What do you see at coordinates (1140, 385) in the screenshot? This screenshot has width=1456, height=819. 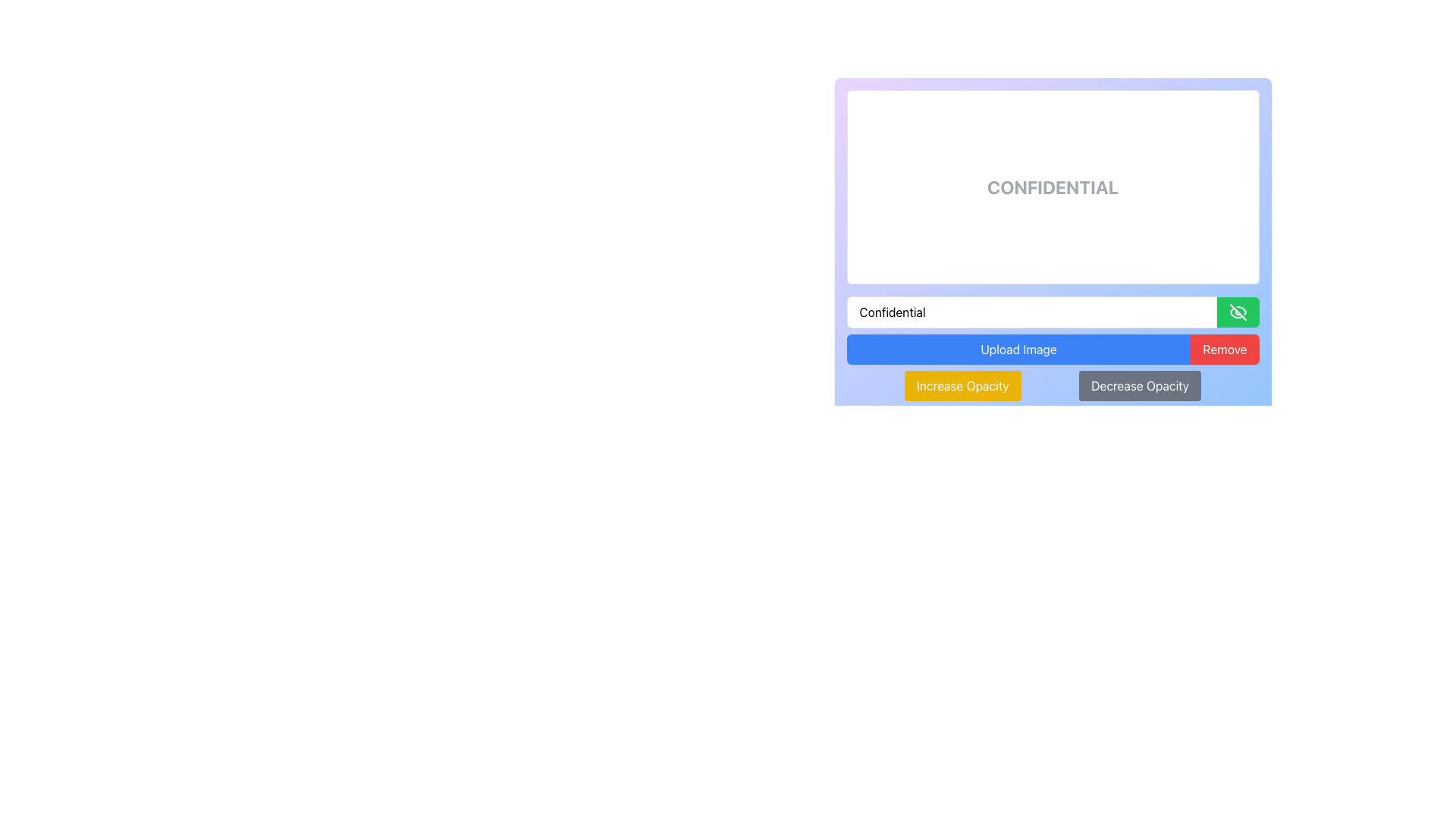 I see `the button located at the rightmost position within a horizontal group of two buttons at the bottom of the interface to decrease the opacity of the visual element` at bounding box center [1140, 385].